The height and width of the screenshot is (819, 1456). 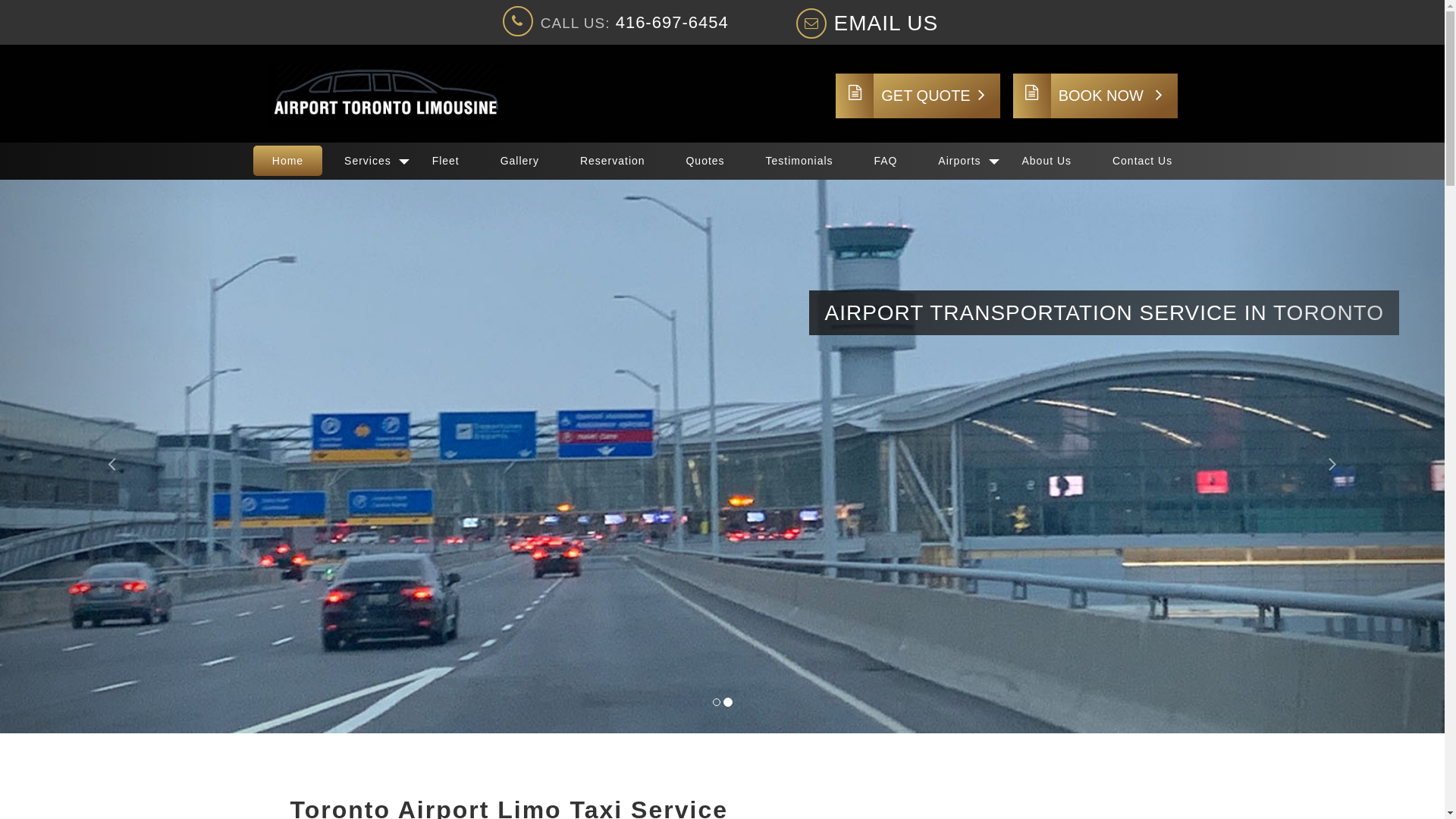 I want to click on 'Airports', so click(x=959, y=161).